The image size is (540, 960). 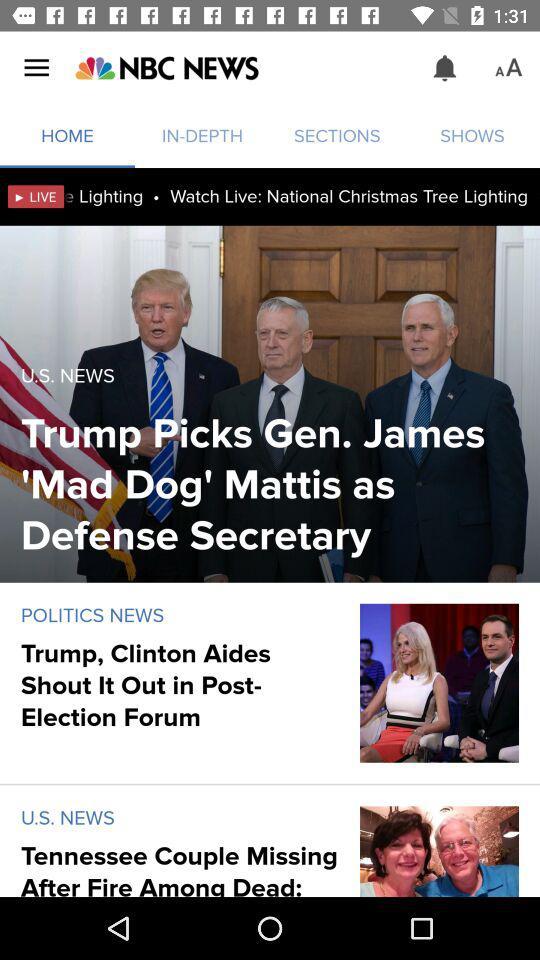 What do you see at coordinates (508, 68) in the screenshot?
I see `the font icon` at bounding box center [508, 68].